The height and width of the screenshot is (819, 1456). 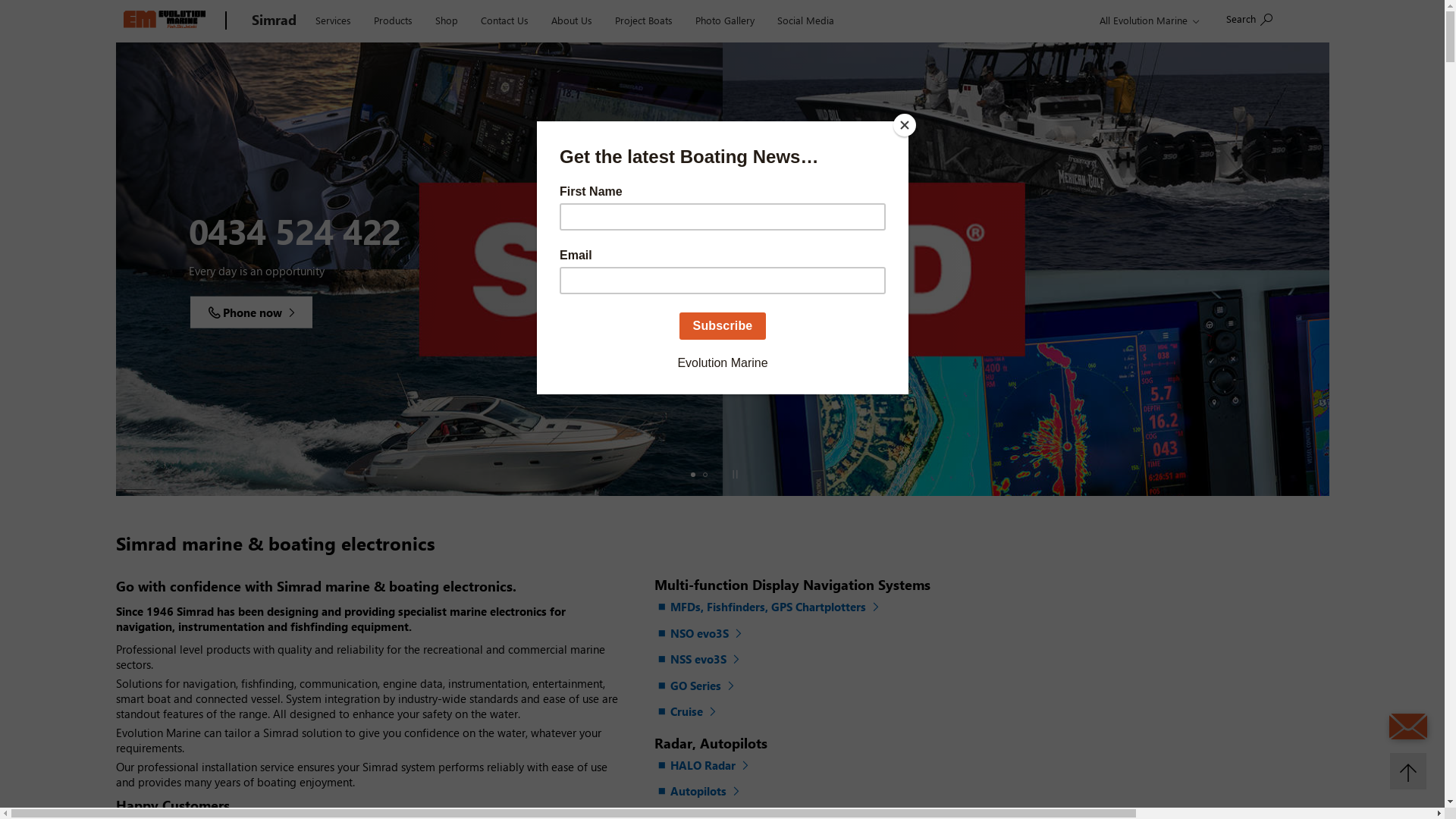 I want to click on 'Contact Us', so click(x=504, y=18).